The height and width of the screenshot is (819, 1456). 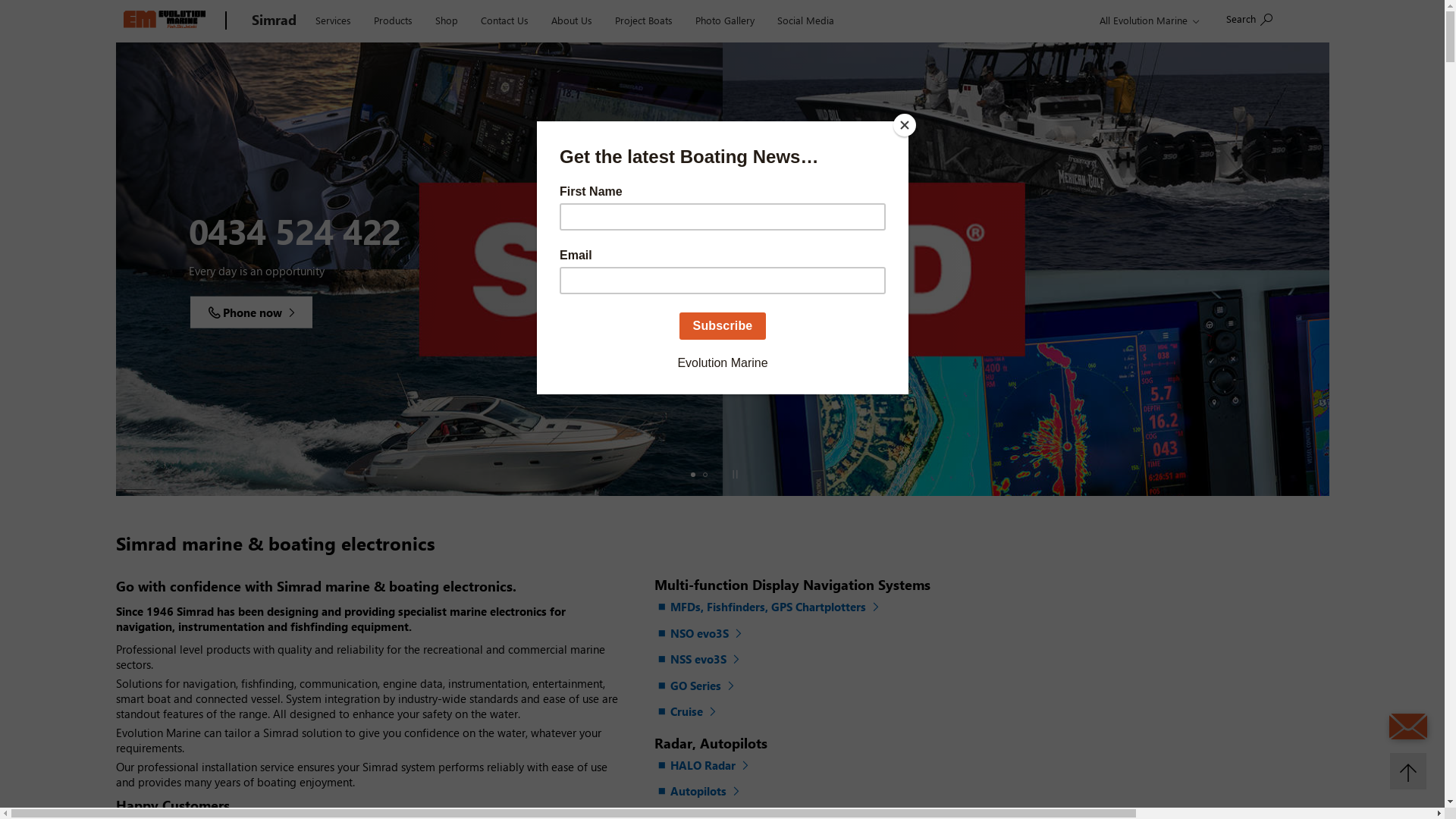 I want to click on 'Contact Us', so click(x=504, y=18).